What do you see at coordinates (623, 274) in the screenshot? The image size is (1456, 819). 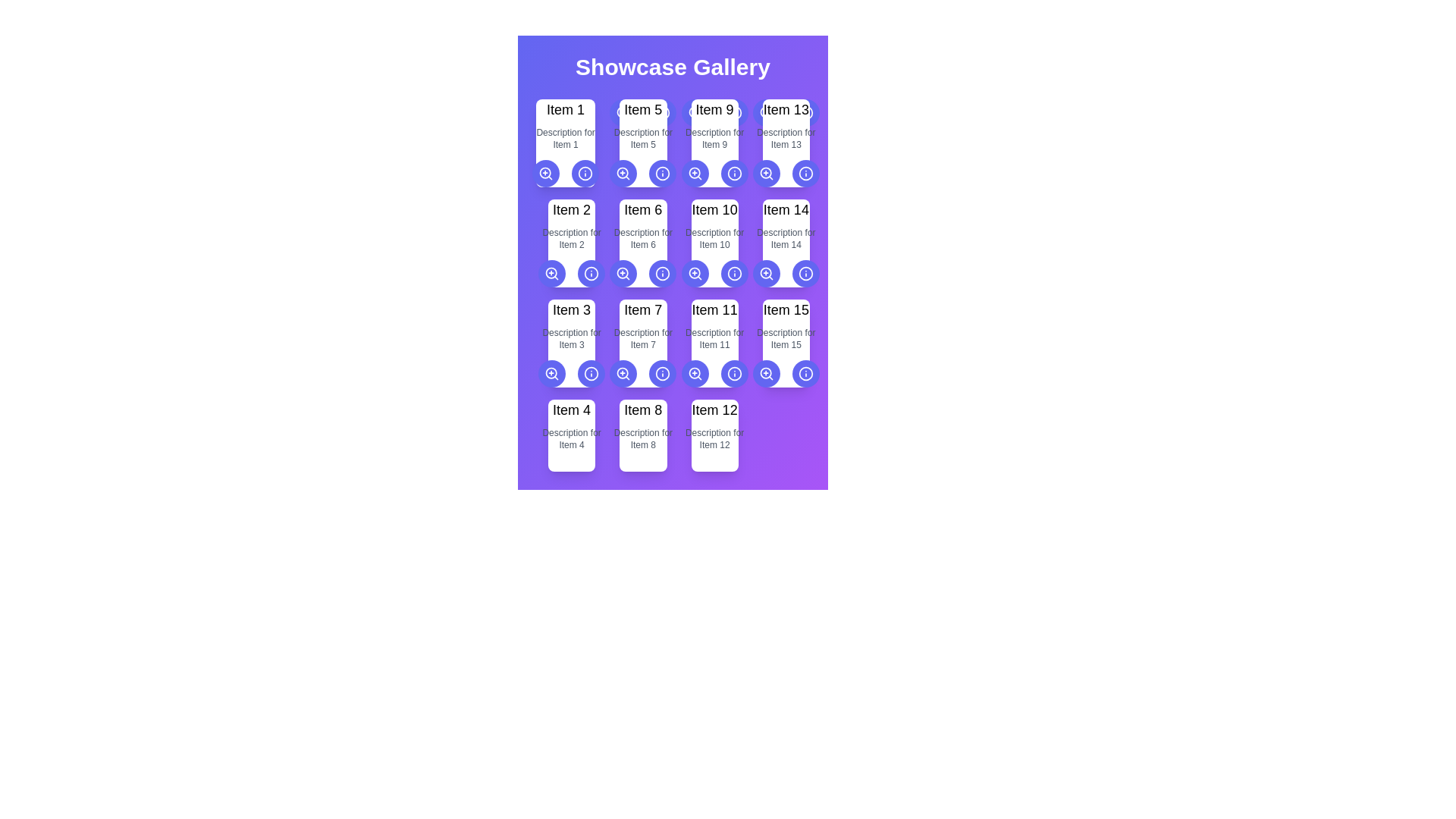 I see `the zoom-in icon represented by a magnifying glass with a cross inside it, which is styled in white with an indigo circular background, located below the card labeled 'Item 6' in the gallery grid` at bounding box center [623, 274].